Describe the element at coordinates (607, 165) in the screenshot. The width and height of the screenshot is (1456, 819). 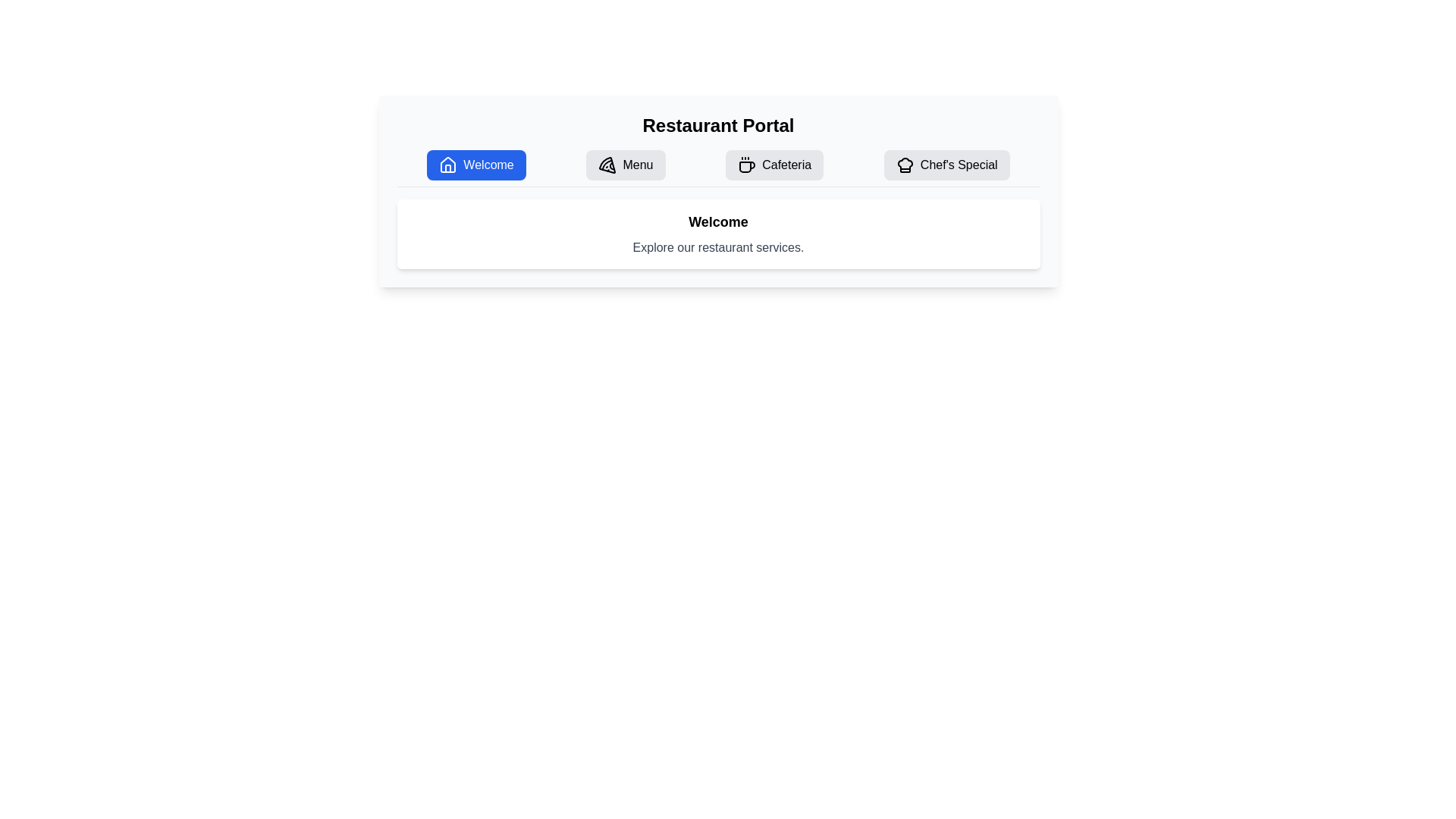
I see `the pizza slice icon within the 'Menu' button on the navigation bar, which is the second item in the list` at that location.